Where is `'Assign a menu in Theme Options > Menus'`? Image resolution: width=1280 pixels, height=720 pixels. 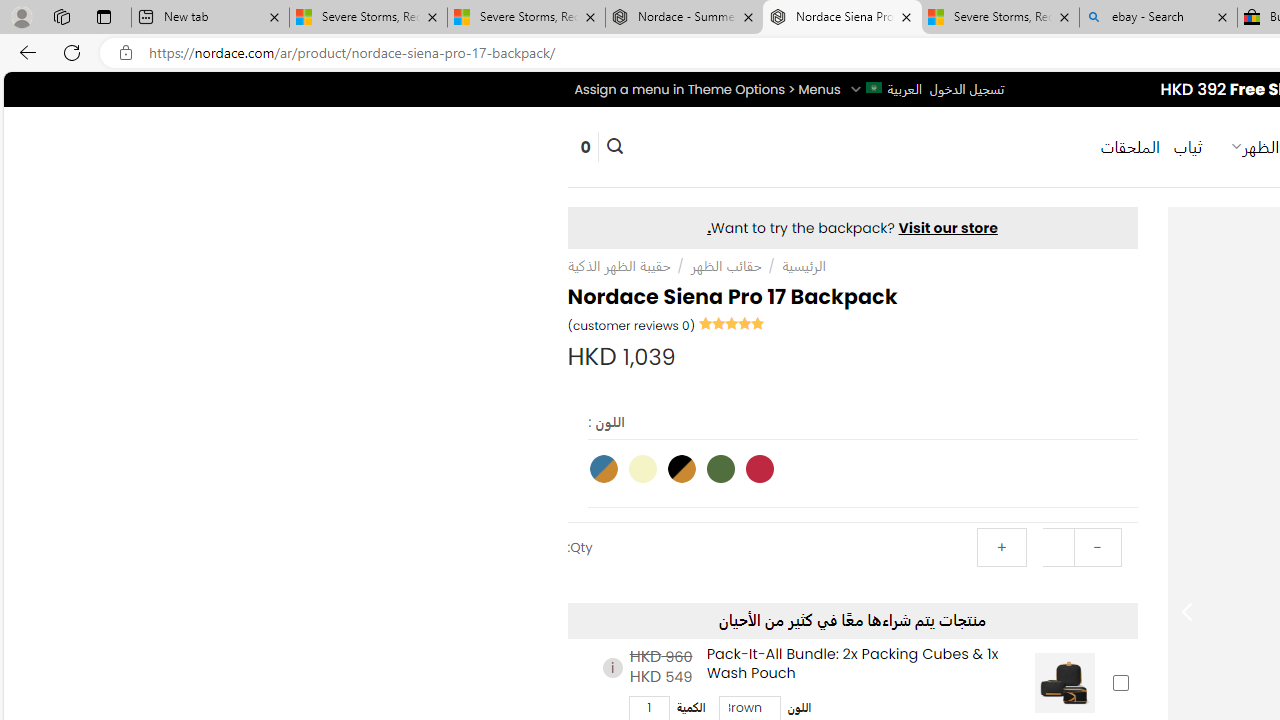
'Assign a menu in Theme Options > Menus' is located at coordinates (707, 88).